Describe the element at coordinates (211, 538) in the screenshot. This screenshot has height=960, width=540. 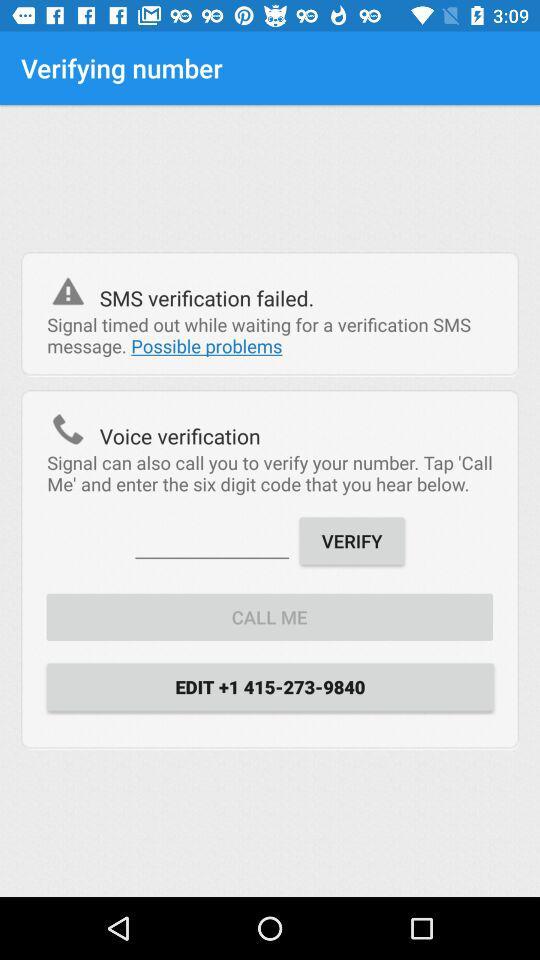
I see `text input` at that location.